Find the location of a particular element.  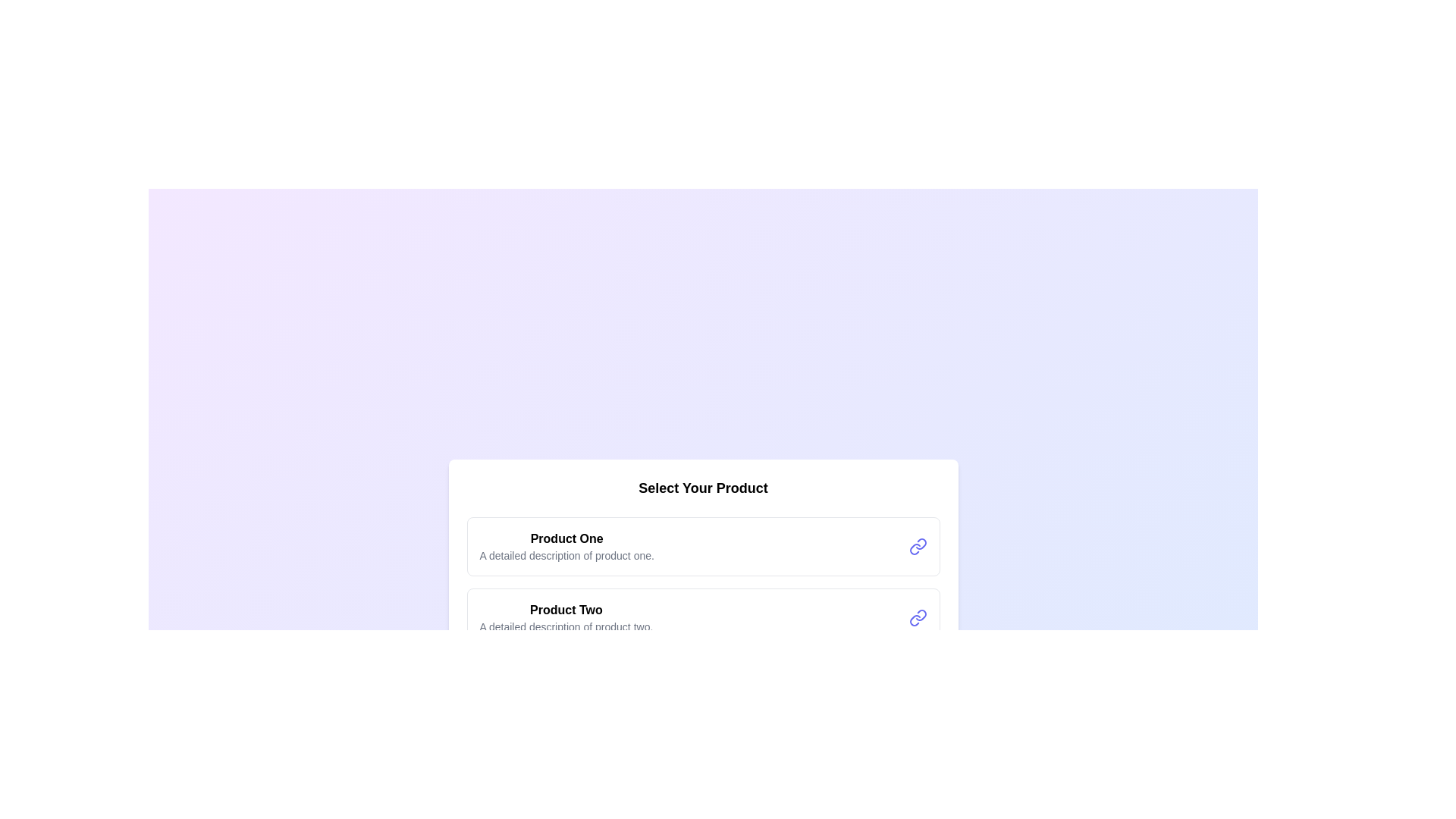

the Text Header element located at the top-center of the product selection card, which serves as the title for the section below is located at coordinates (702, 488).